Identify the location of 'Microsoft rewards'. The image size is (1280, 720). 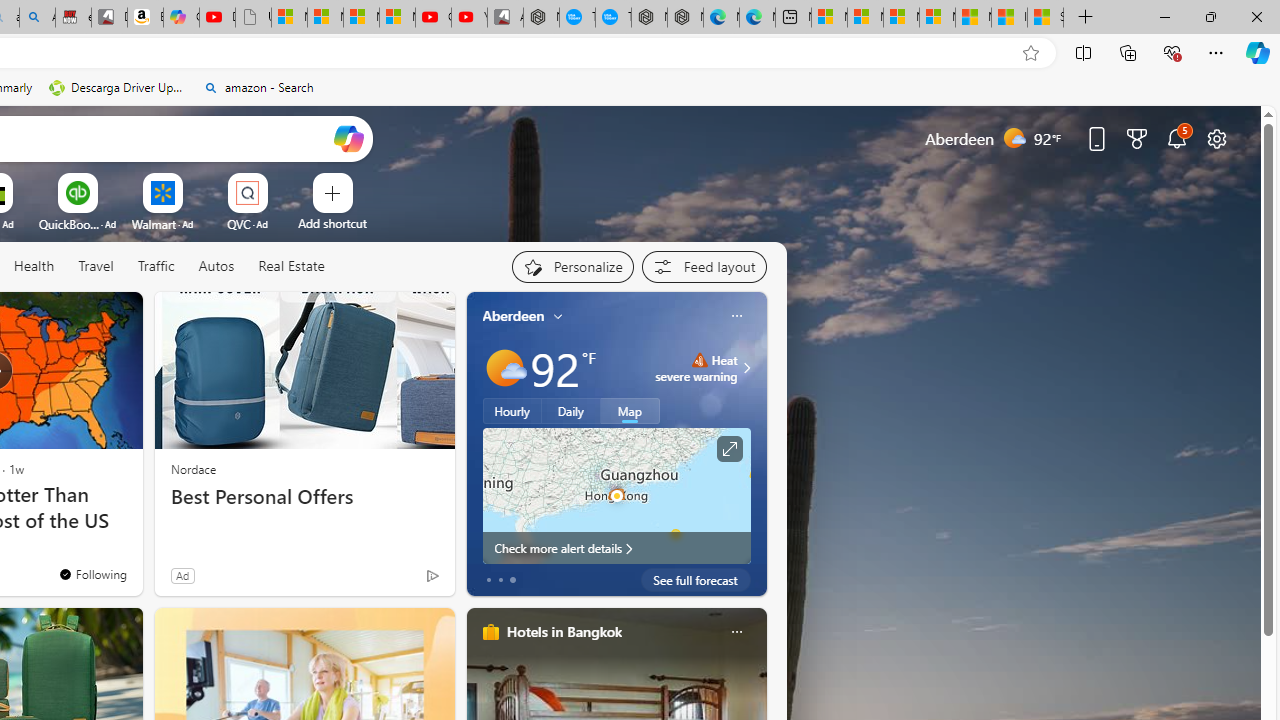
(1137, 137).